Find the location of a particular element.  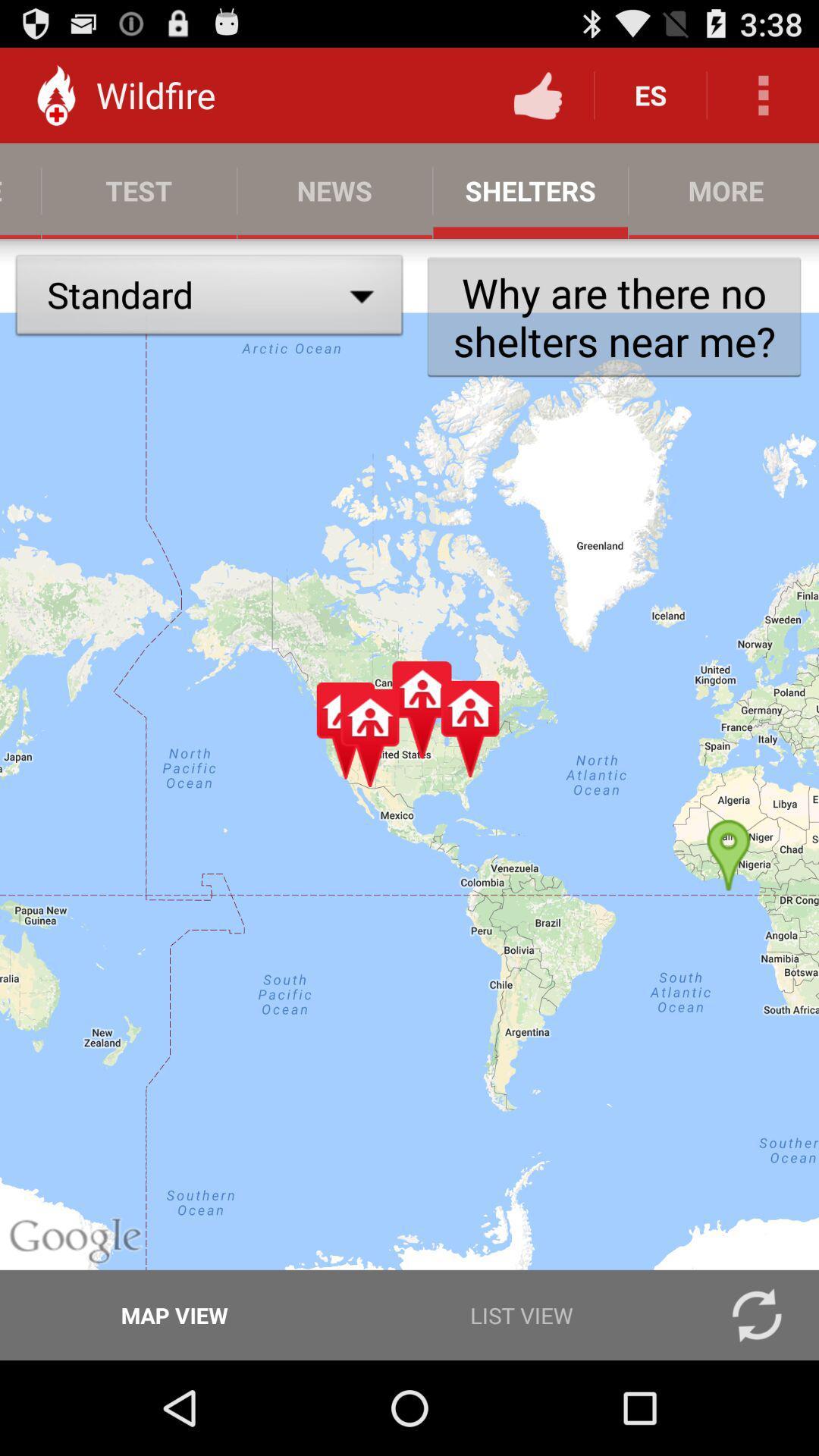

the refresh icon is located at coordinates (756, 1407).